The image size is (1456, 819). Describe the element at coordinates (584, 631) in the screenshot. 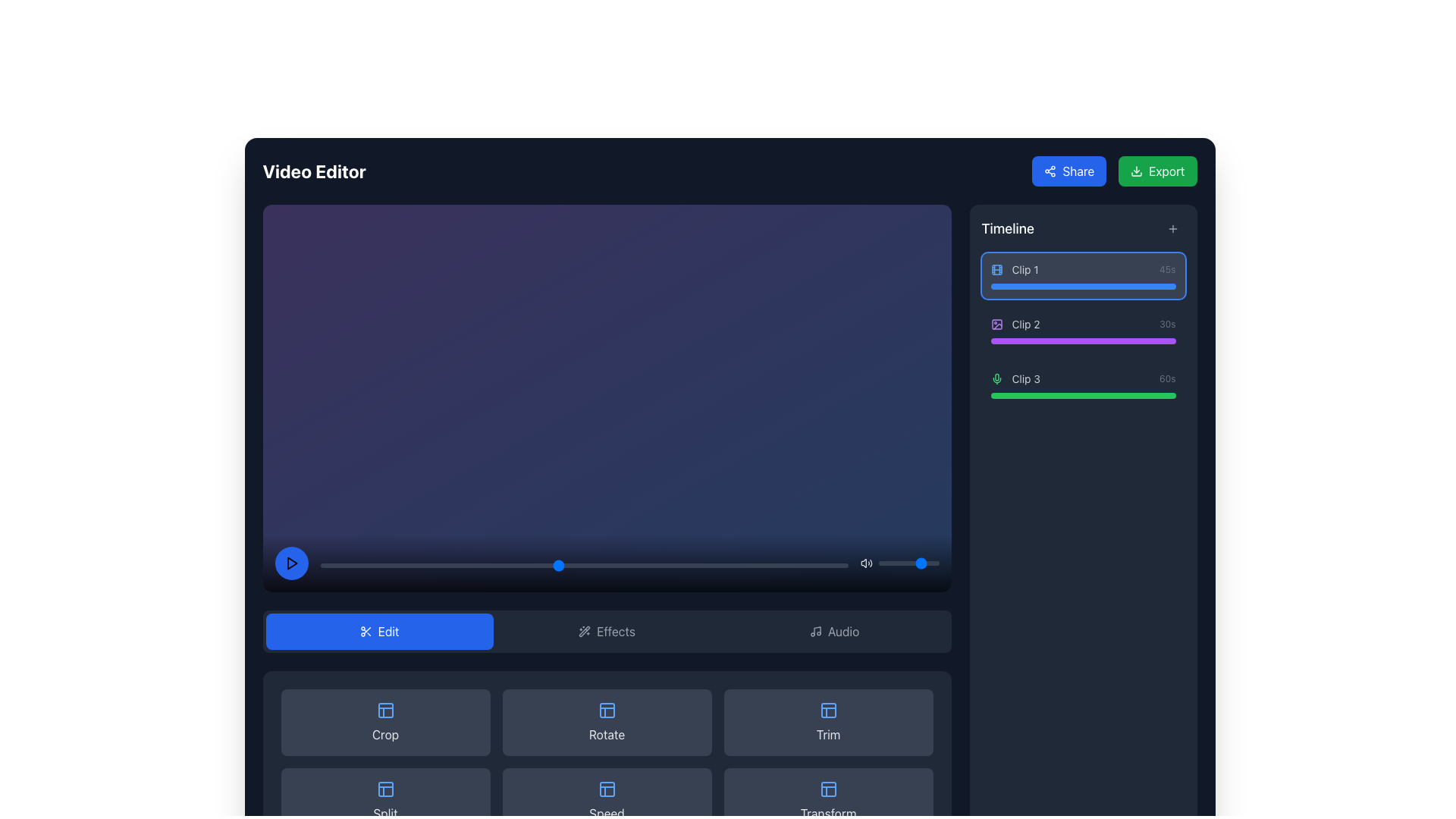

I see `the Icon that represents an effect-related action, located in the lower toolbar next to the 'Effects' label` at that location.